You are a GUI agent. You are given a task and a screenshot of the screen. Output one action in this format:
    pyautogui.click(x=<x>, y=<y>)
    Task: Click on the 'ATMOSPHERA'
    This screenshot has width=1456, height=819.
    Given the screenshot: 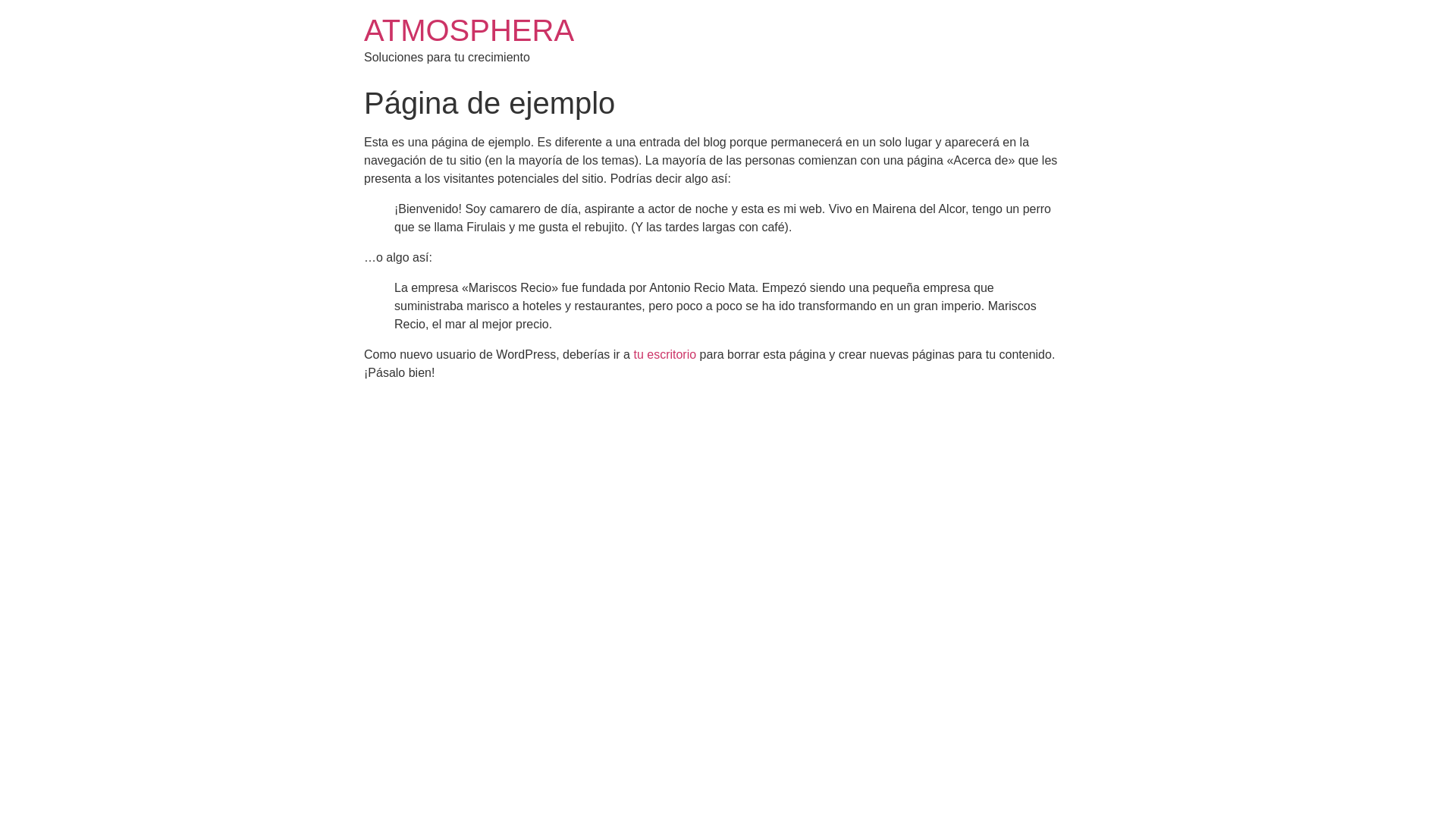 What is the action you would take?
    pyautogui.click(x=468, y=30)
    